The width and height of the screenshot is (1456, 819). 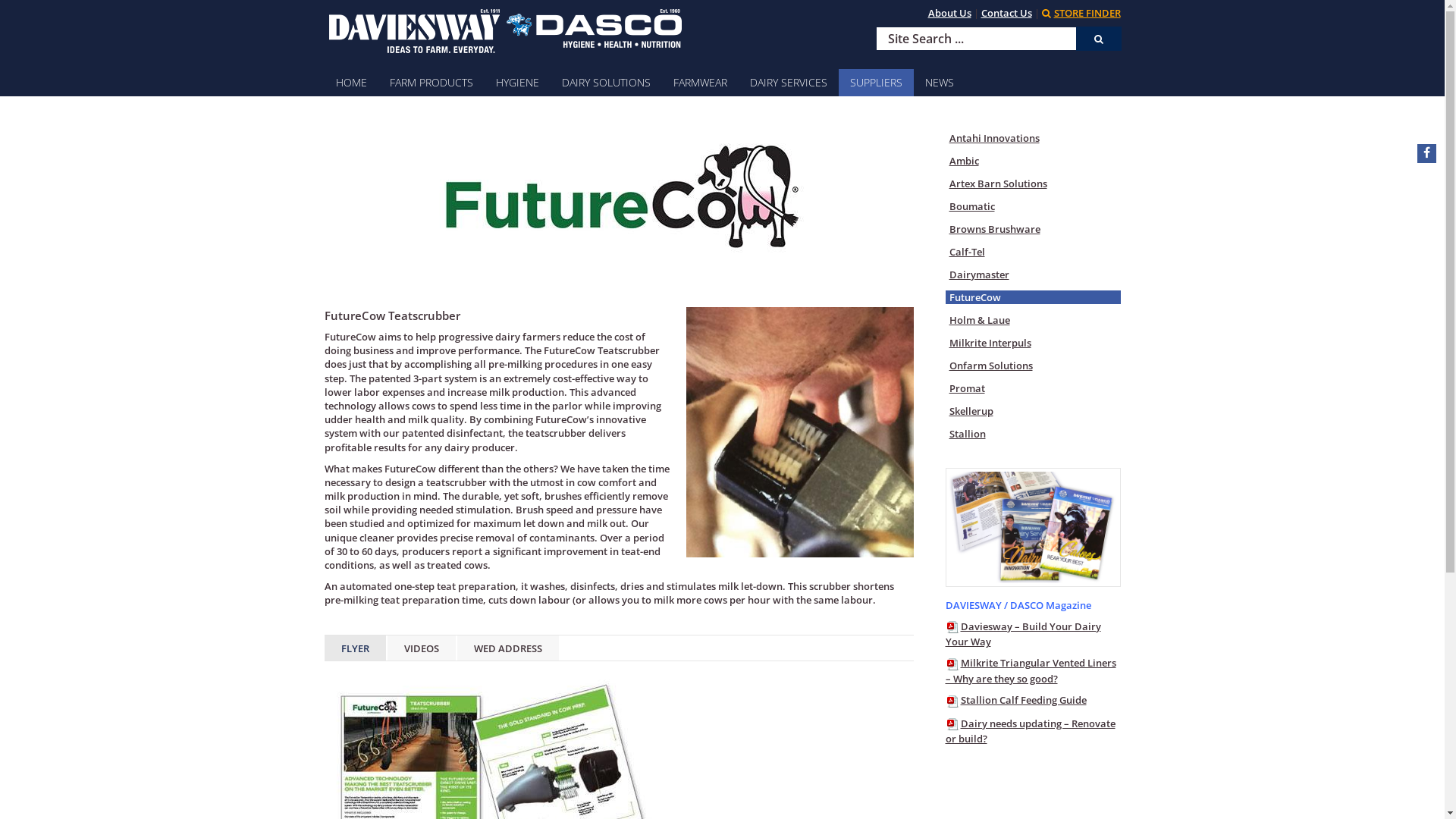 I want to click on 'FLYER', so click(x=354, y=648).